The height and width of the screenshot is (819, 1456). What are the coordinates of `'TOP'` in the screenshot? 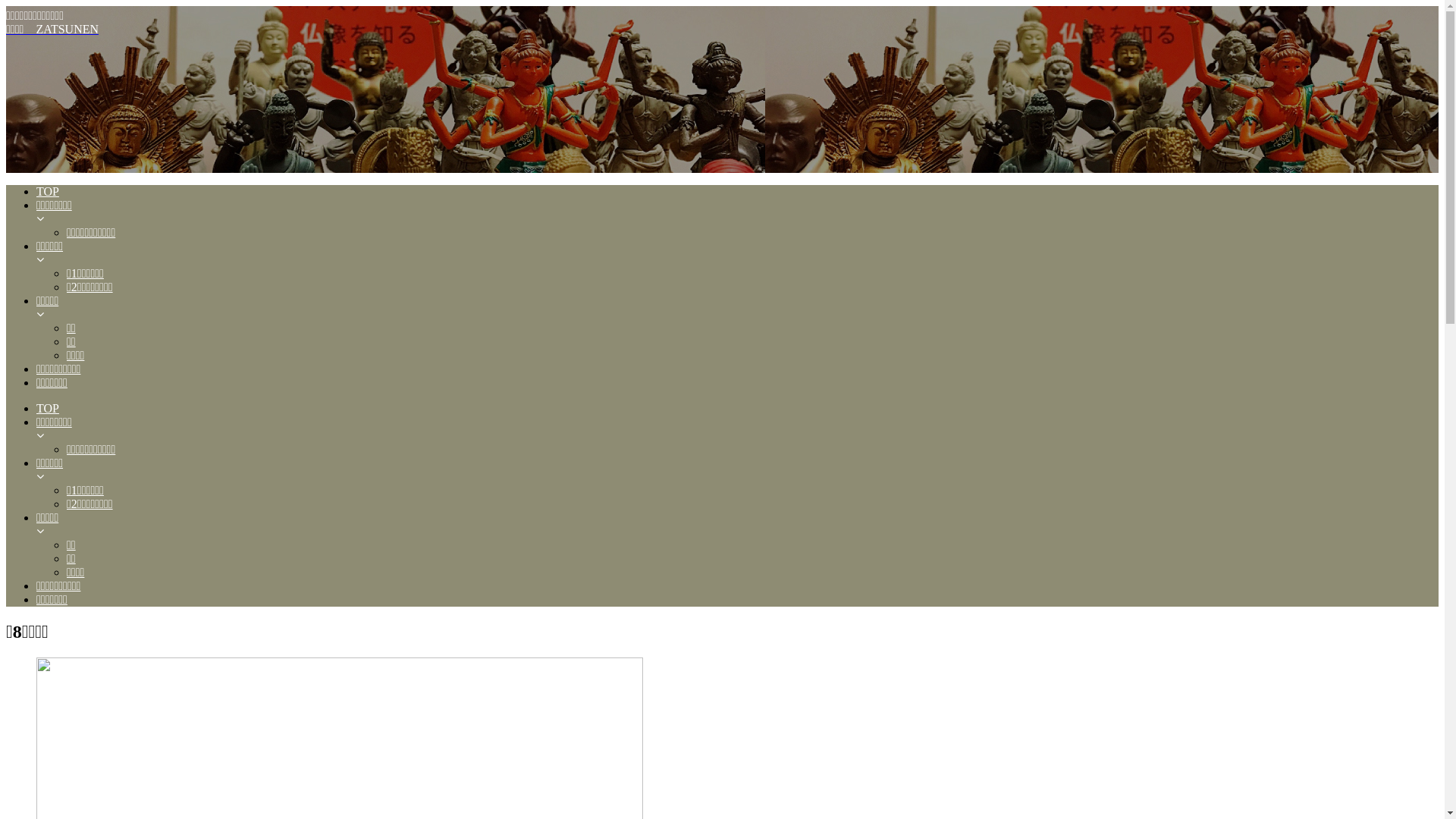 It's located at (36, 408).